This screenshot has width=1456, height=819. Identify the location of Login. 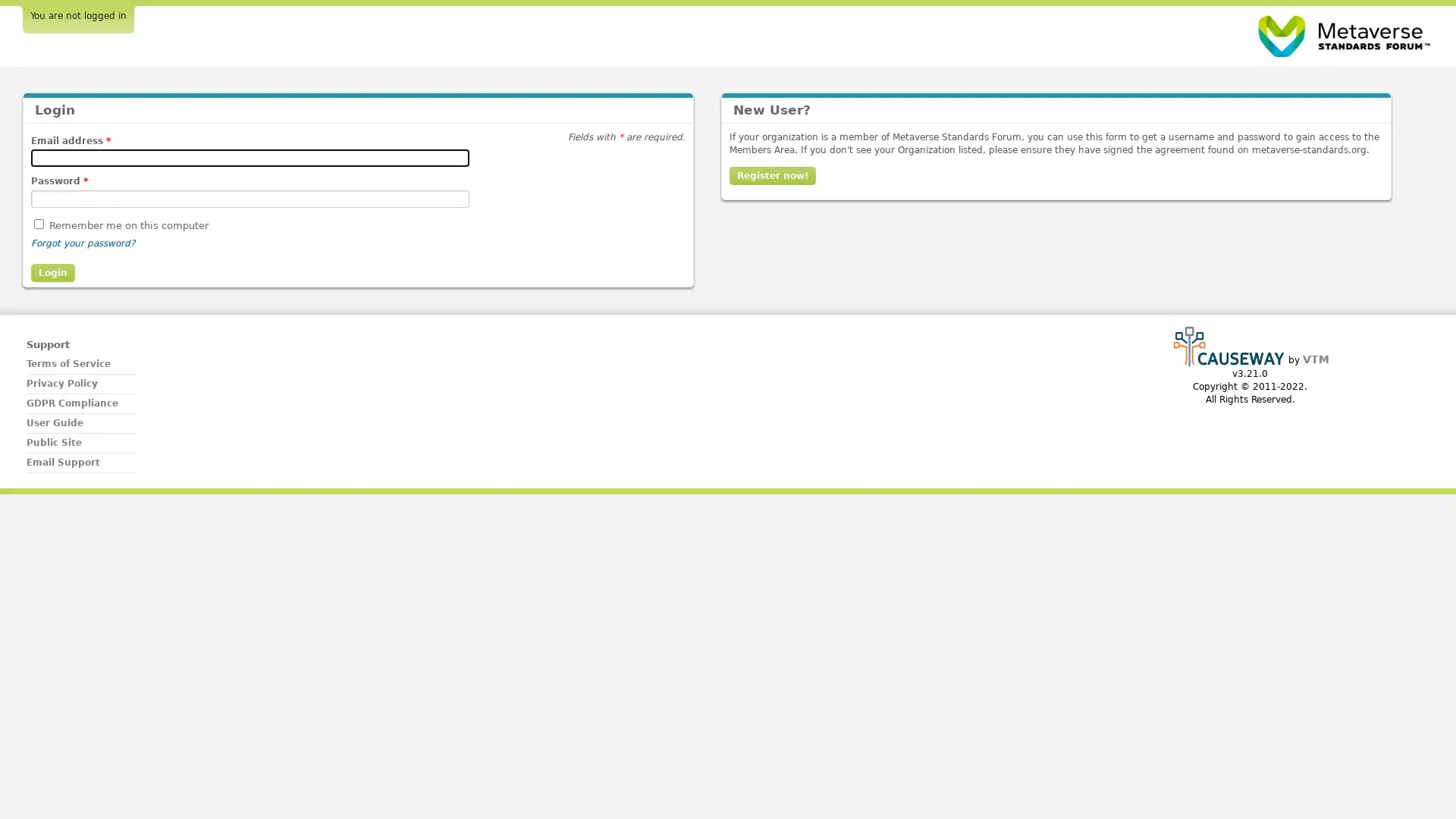
(53, 271).